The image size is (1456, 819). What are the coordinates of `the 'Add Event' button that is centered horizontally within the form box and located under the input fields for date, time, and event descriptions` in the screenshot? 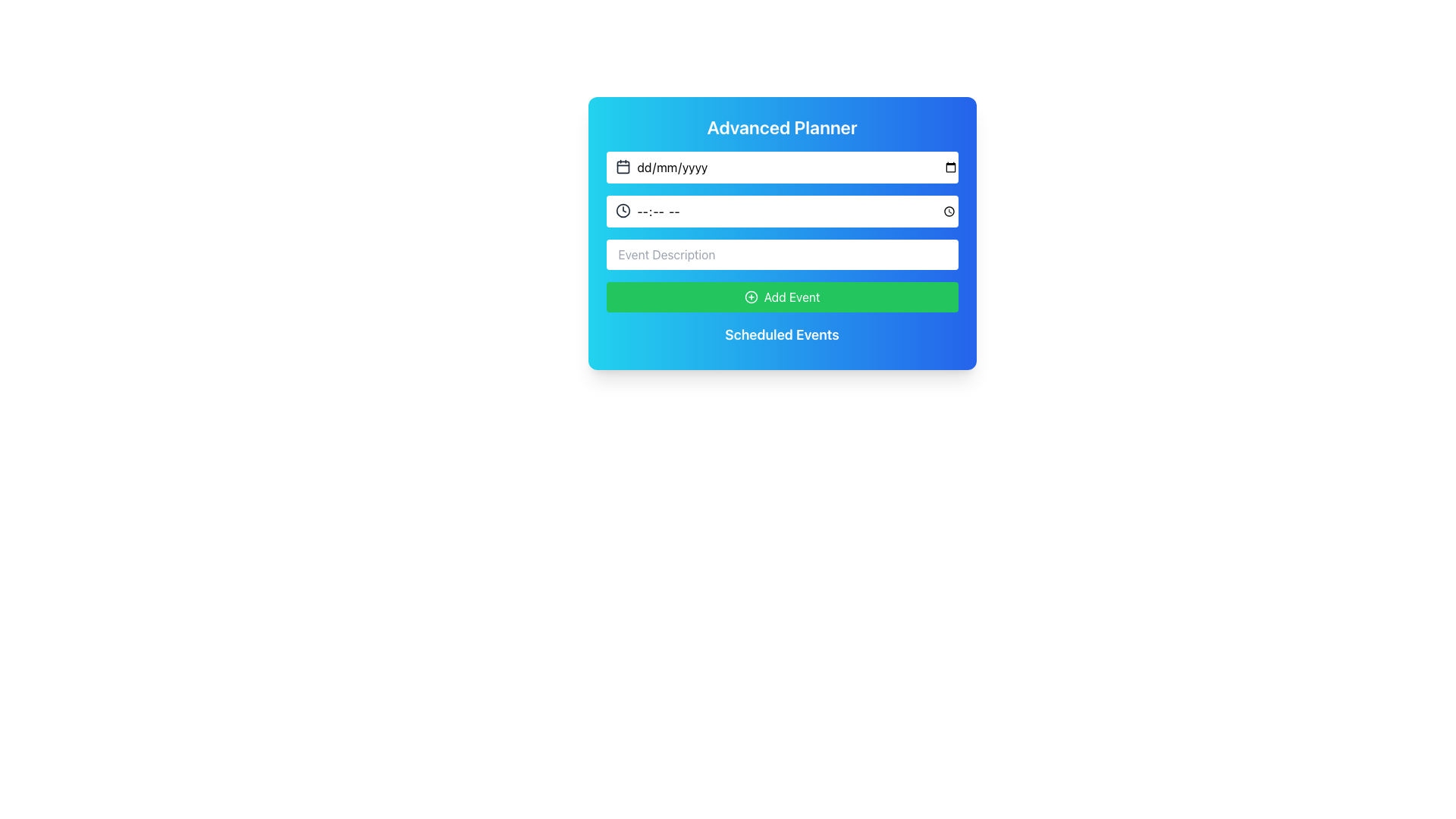 It's located at (791, 297).